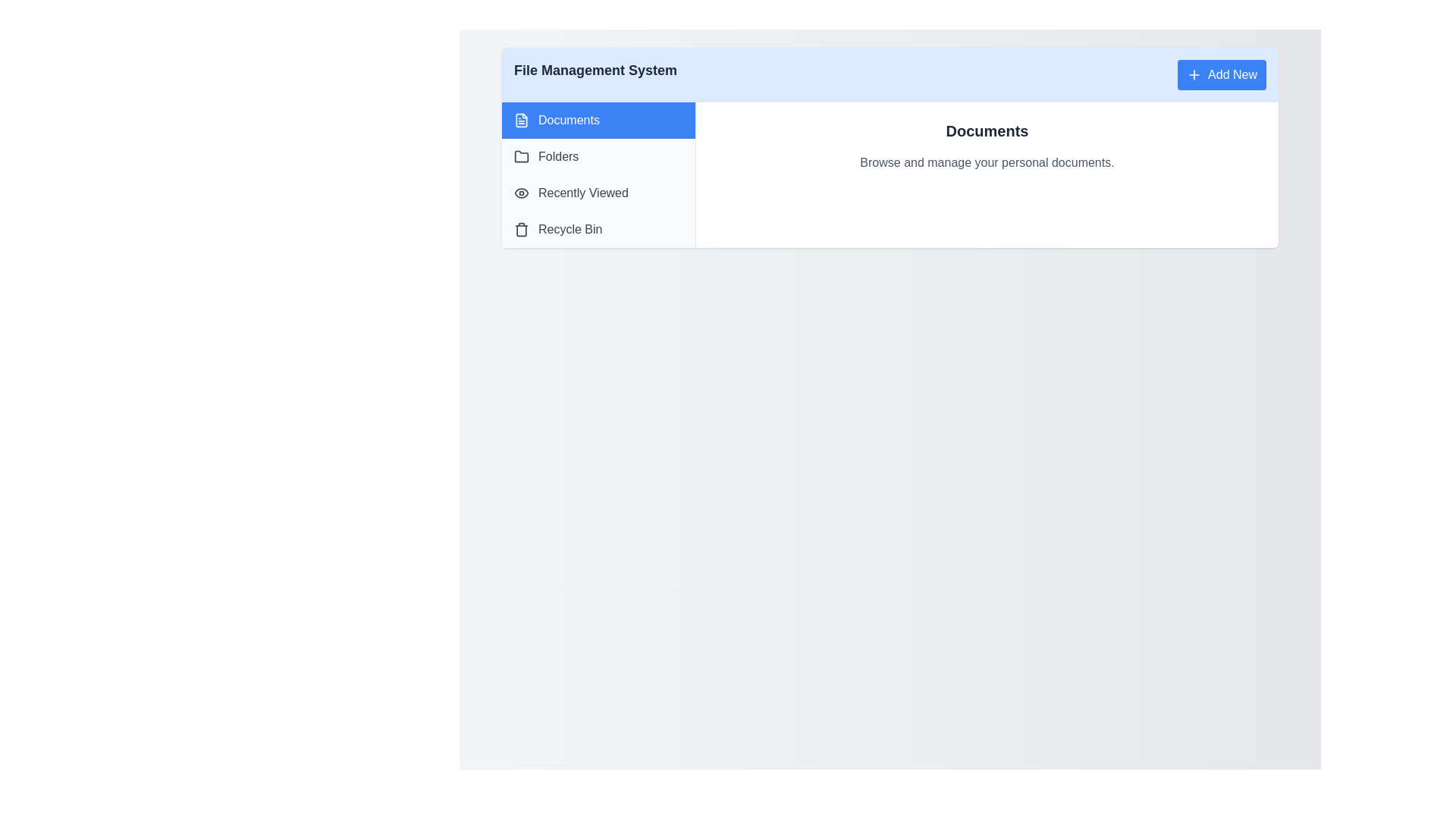  What do you see at coordinates (987, 130) in the screenshot?
I see `displayed text of the Heading element, which serves as the title for the section providing context about the content that follows` at bounding box center [987, 130].